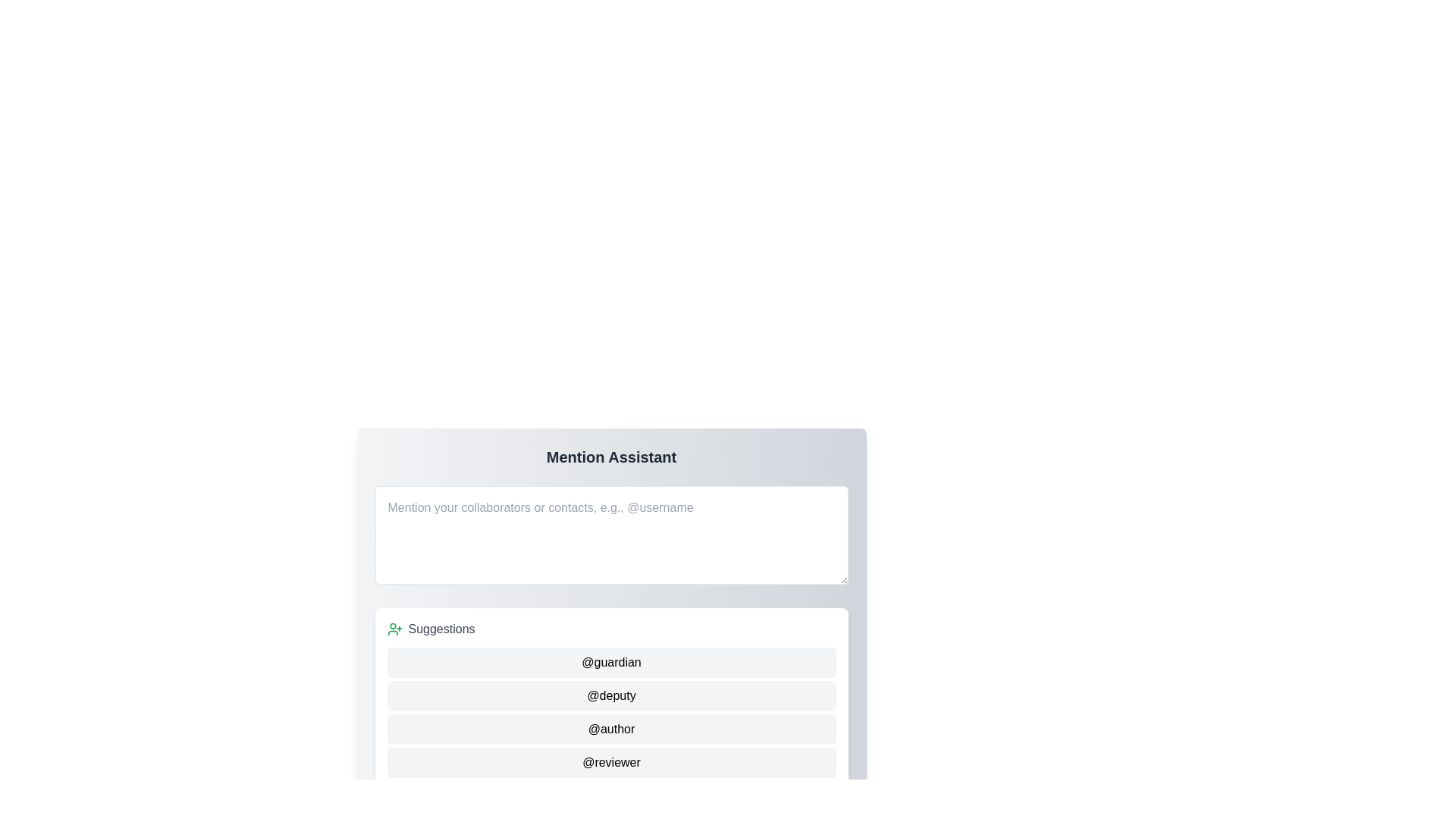 This screenshot has width=1456, height=819. What do you see at coordinates (441, 629) in the screenshot?
I see `the 'Suggestions' text label for accessibility navigation by moving to its center point` at bounding box center [441, 629].